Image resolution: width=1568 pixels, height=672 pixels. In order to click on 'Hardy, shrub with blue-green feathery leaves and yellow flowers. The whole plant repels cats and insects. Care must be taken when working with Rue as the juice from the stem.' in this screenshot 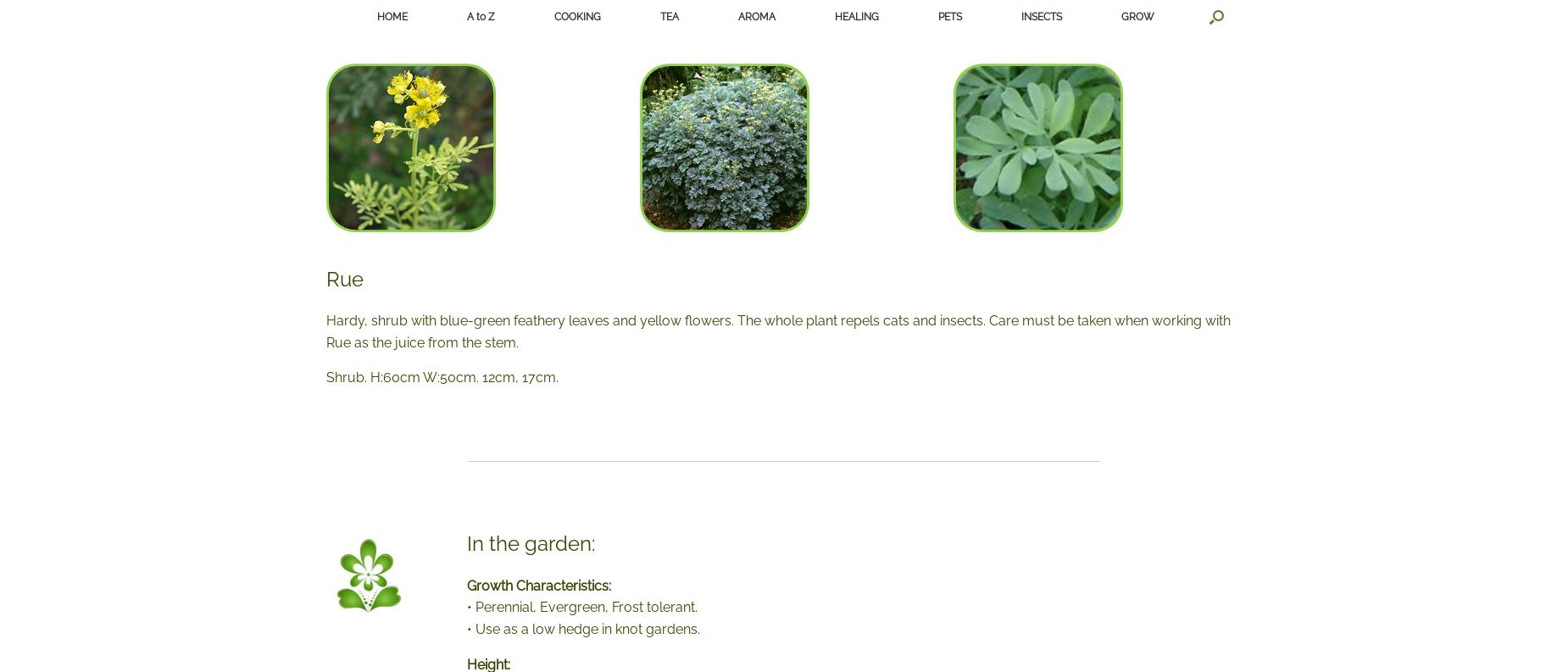, I will do `click(325, 330)`.